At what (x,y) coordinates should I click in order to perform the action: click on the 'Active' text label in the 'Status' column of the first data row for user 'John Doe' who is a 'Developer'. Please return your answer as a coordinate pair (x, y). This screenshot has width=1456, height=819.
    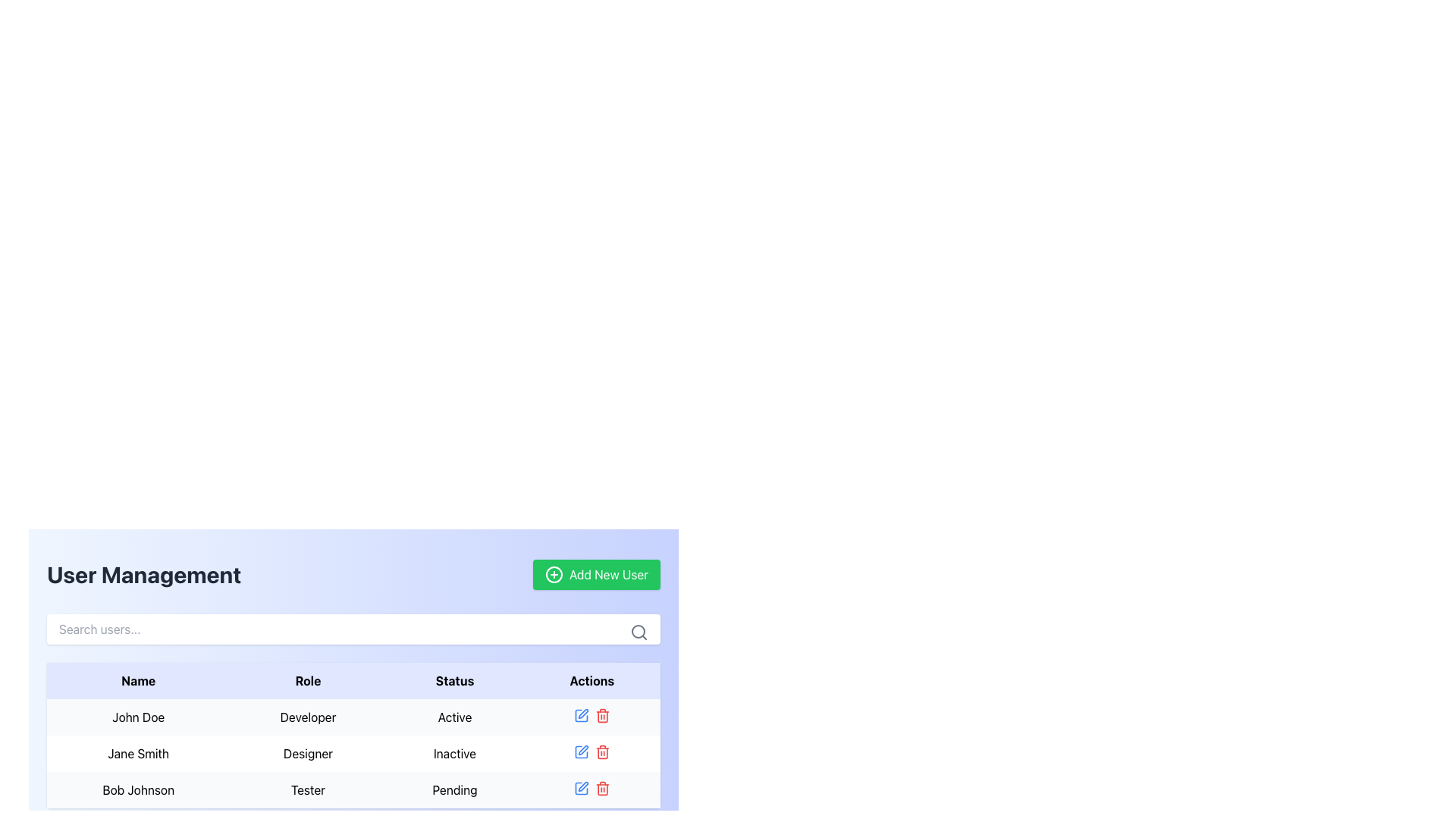
    Looking at the image, I should click on (454, 717).